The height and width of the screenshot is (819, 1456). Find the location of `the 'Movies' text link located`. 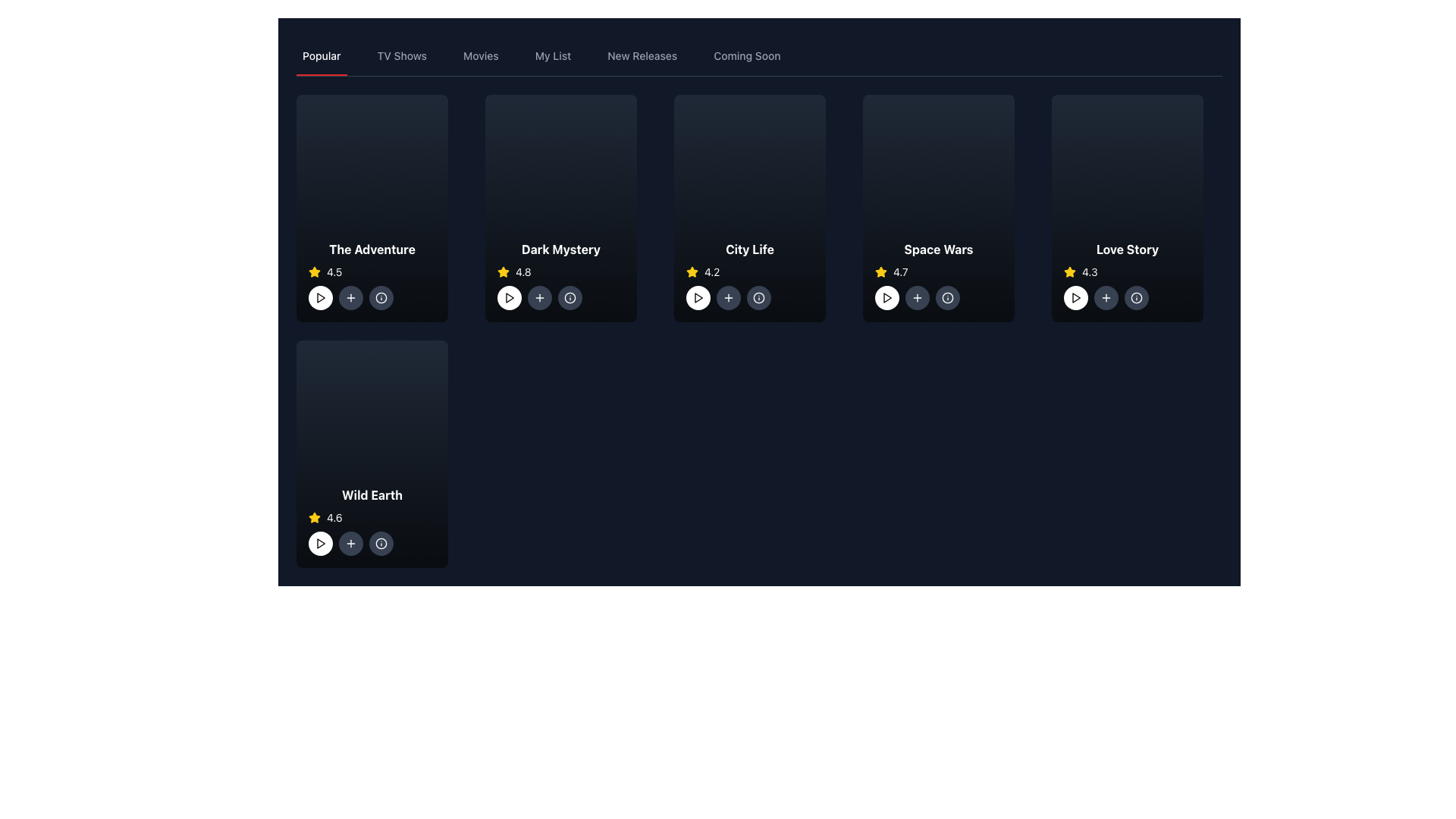

the 'Movies' text link located is located at coordinates (480, 55).